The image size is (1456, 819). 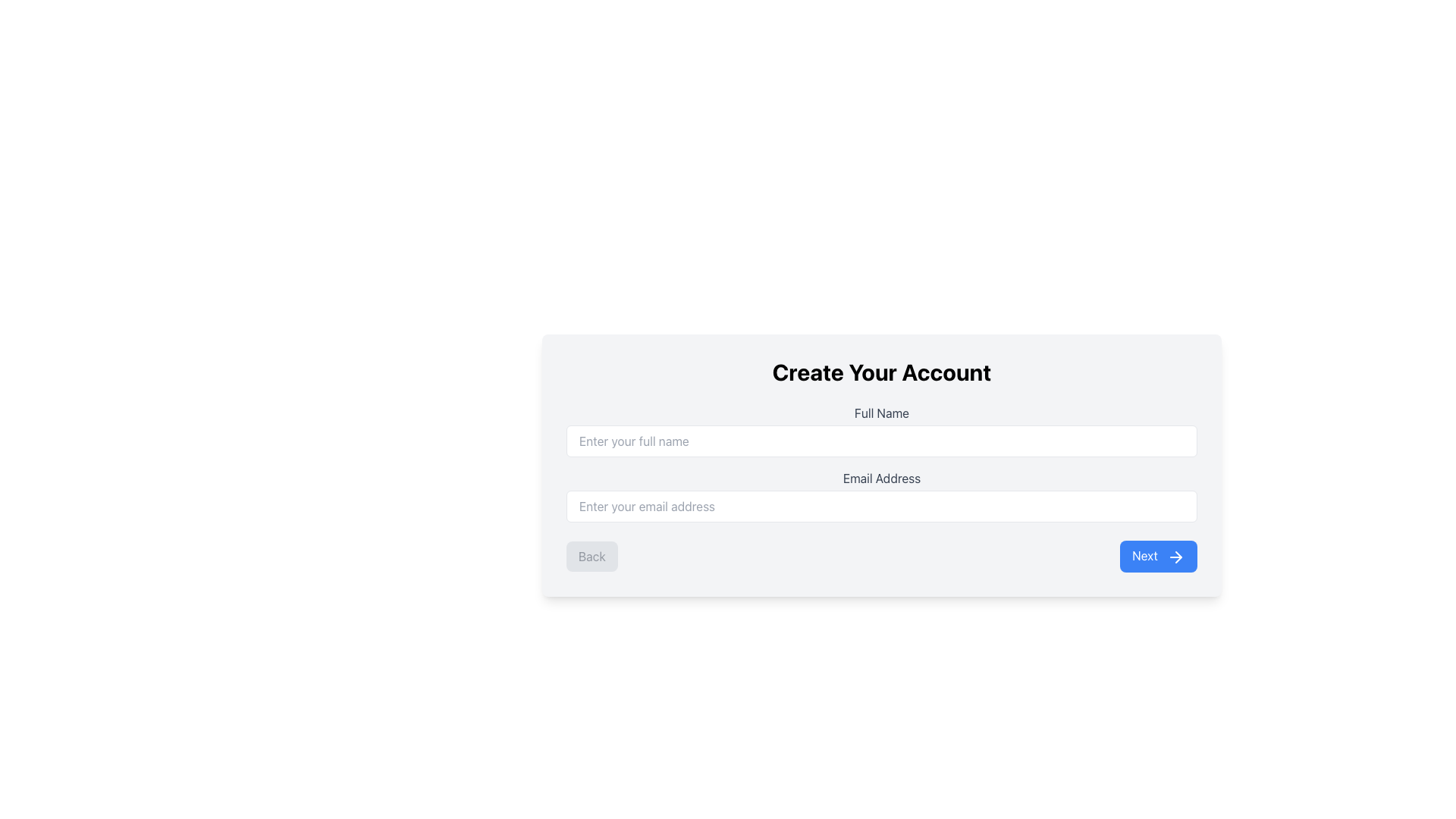 What do you see at coordinates (591, 556) in the screenshot?
I see `the 'Back' button, which is a rectangular button with rounded corners, gray background, and gray text, located at the bottom left of the form` at bounding box center [591, 556].